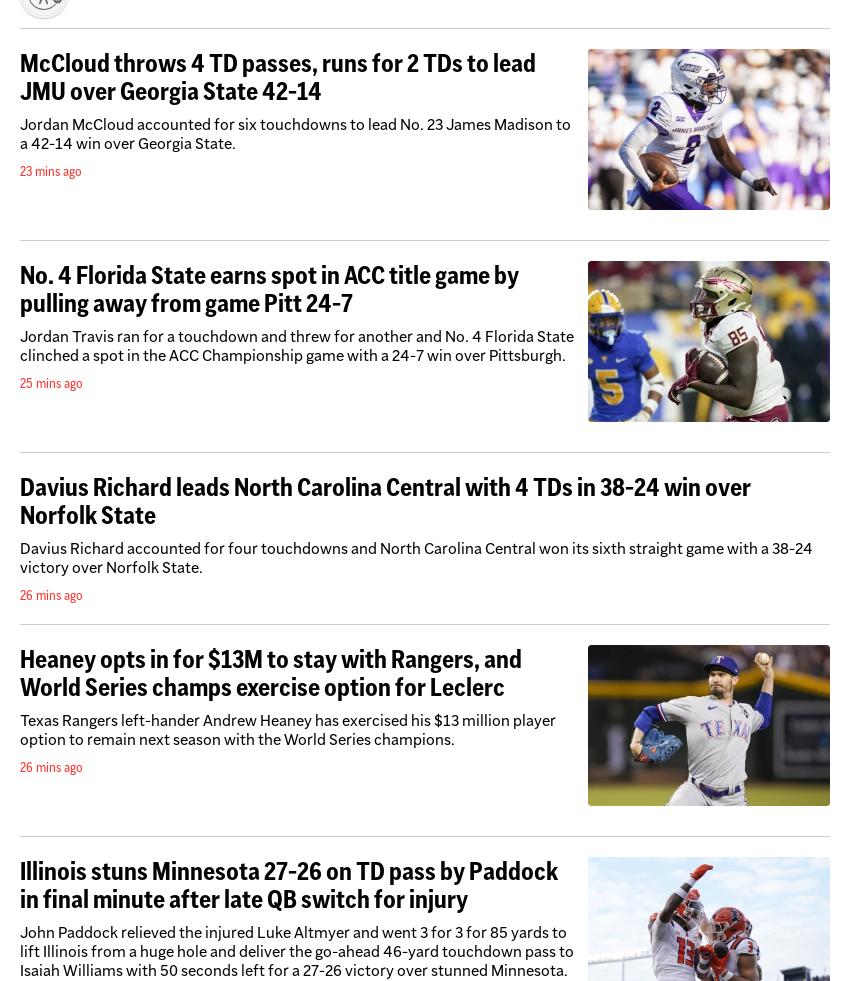  What do you see at coordinates (288, 884) in the screenshot?
I see `'Illinois stuns Minnesota 27-26 on TD pass by Paddock in final minute after late QB switch for injury'` at bounding box center [288, 884].